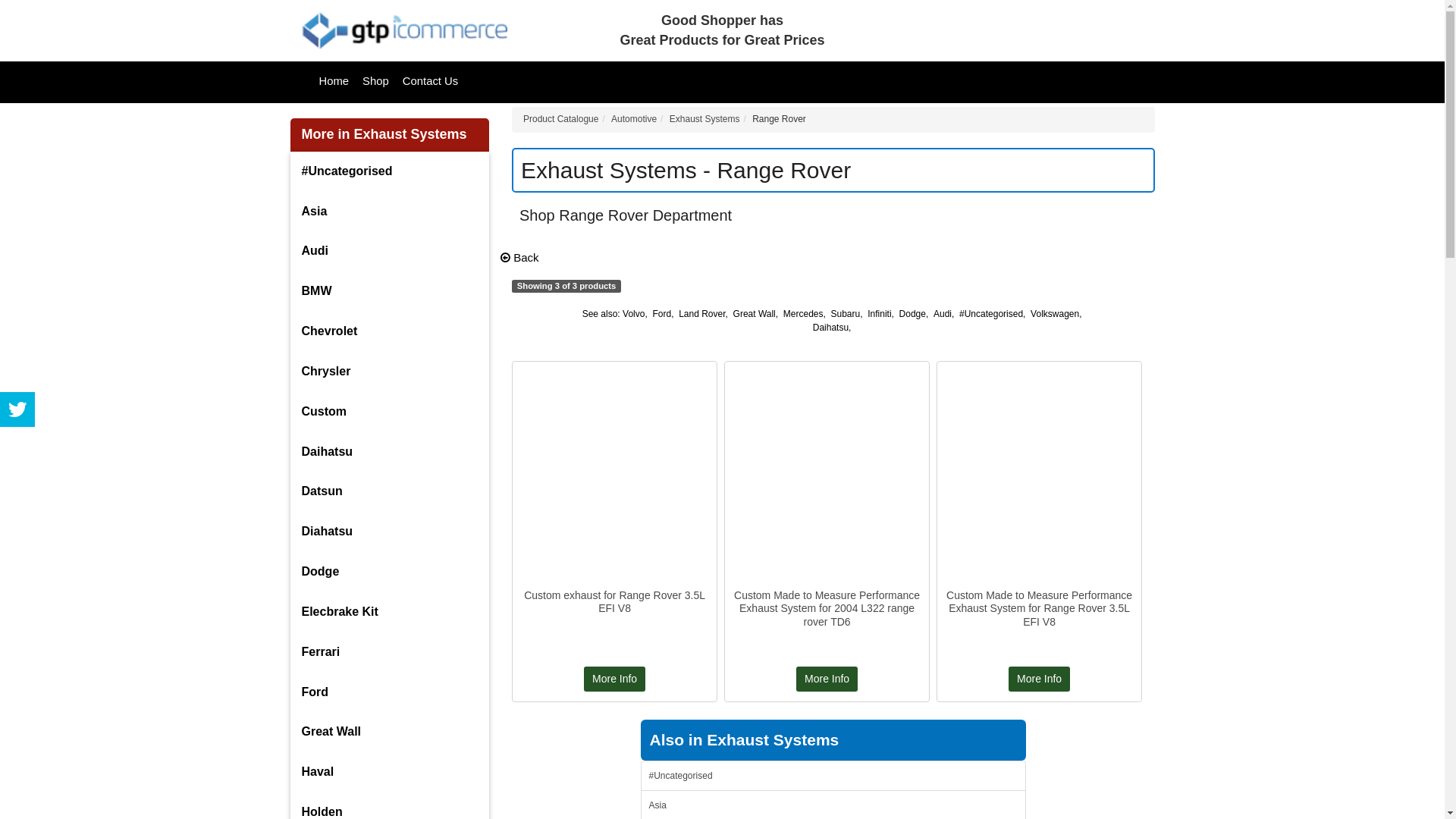 This screenshot has width=1456, height=819. I want to click on 'Shop', so click(375, 81).